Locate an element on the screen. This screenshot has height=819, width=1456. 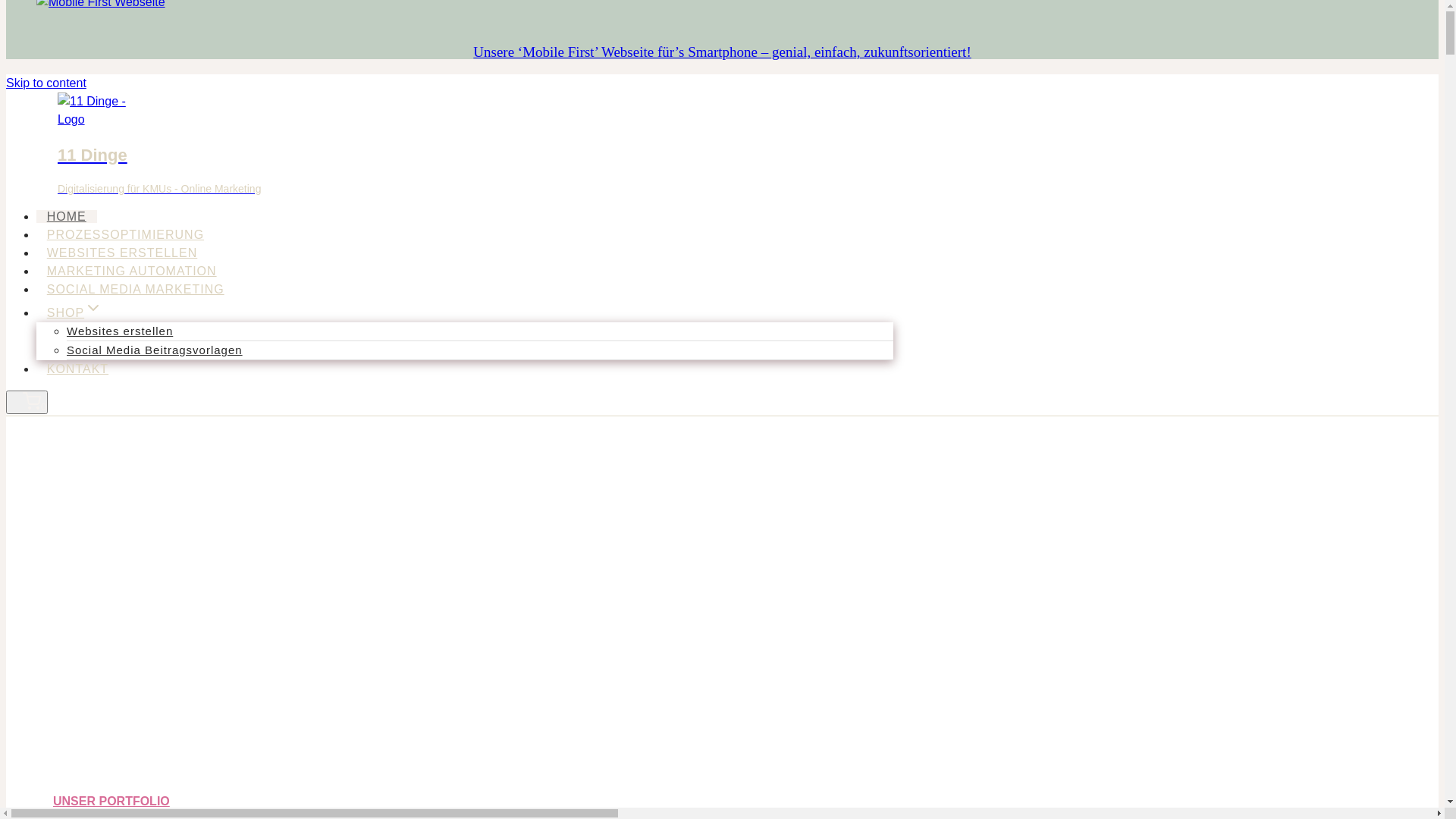
'KONTAKT' is located at coordinates (77, 369).